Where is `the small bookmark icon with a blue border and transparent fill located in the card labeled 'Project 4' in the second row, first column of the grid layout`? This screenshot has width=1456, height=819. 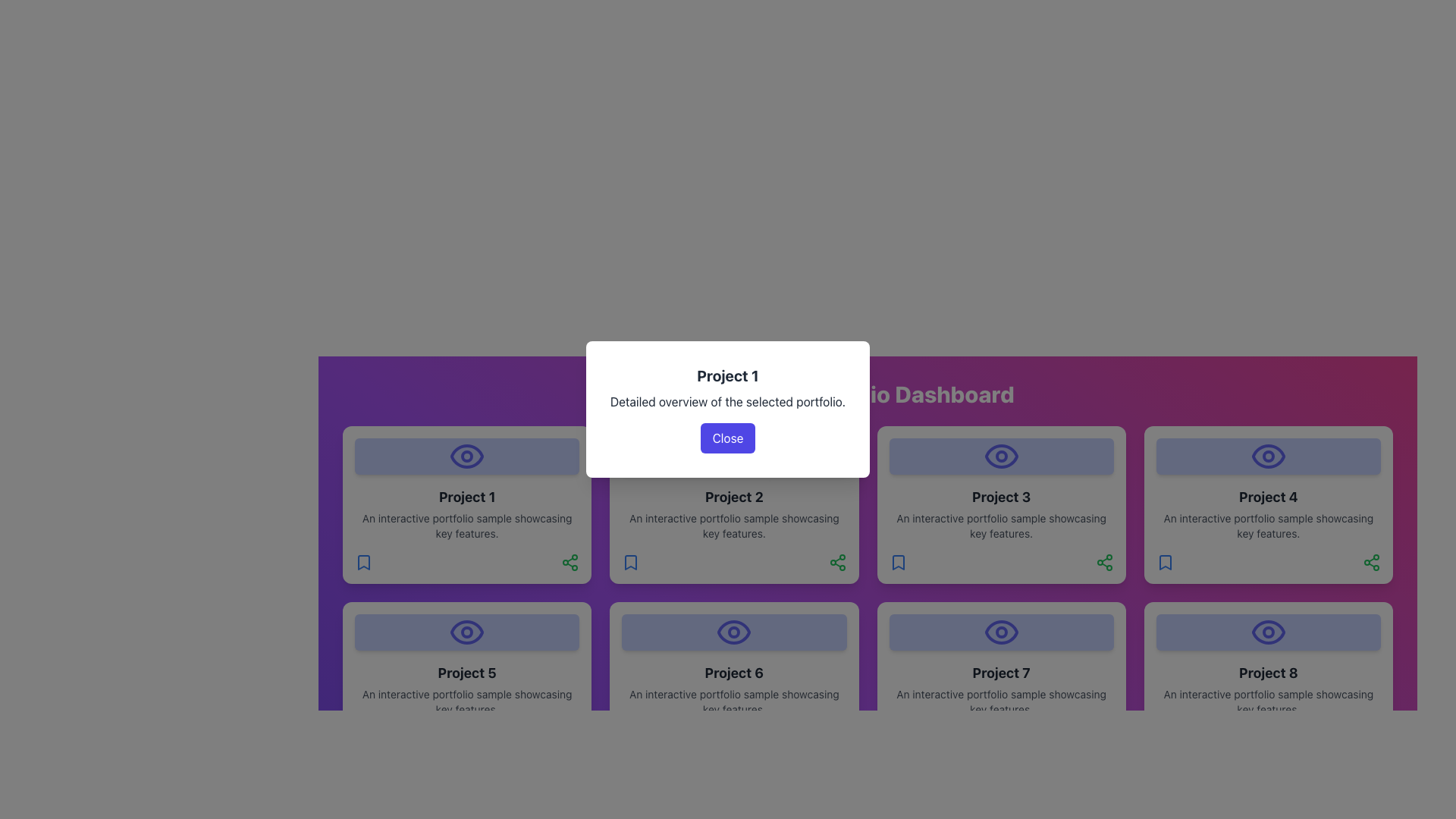 the small bookmark icon with a blue border and transparent fill located in the card labeled 'Project 4' in the second row, first column of the grid layout is located at coordinates (1164, 562).